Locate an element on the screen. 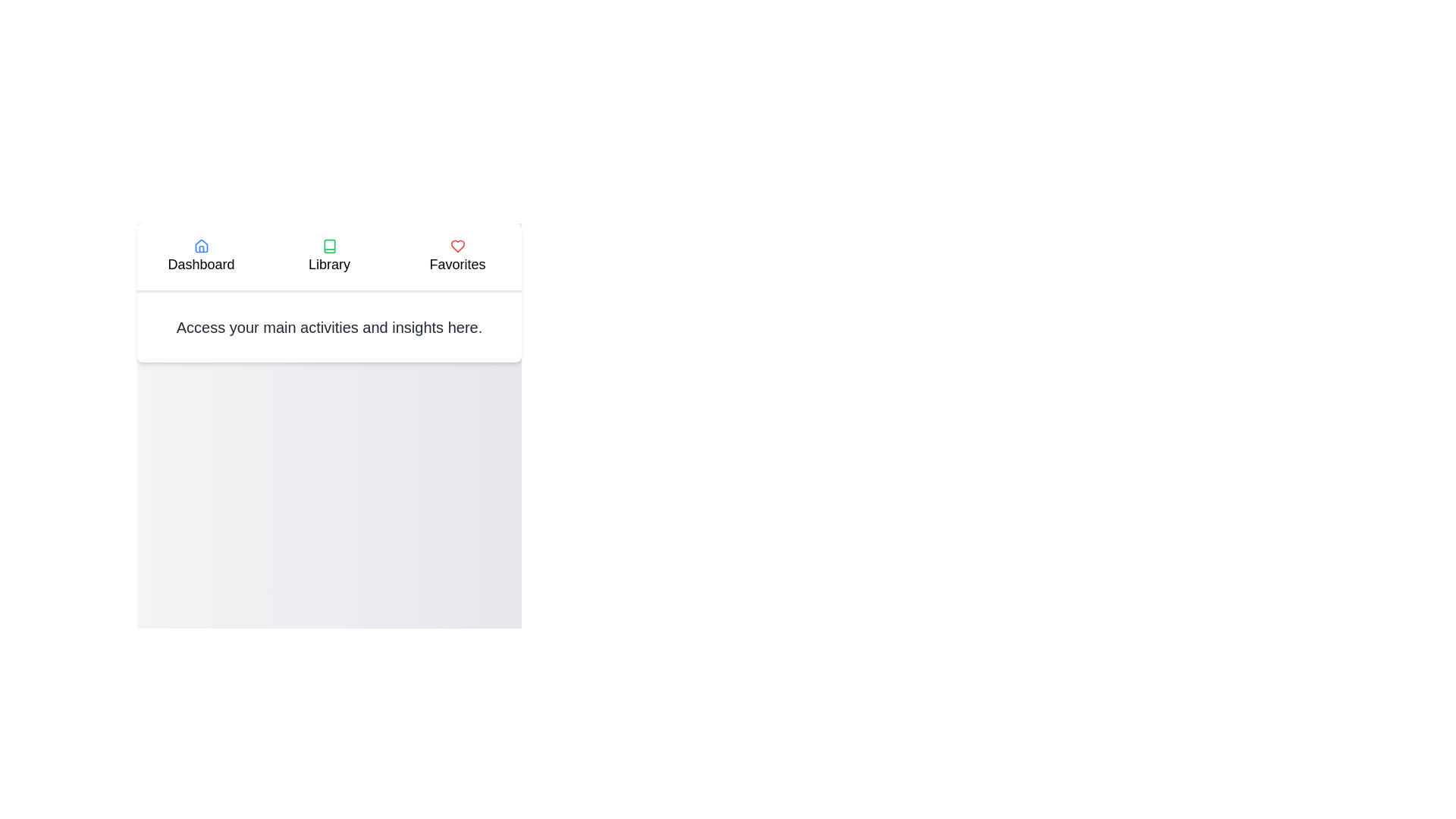  the Dashboard tab to select it is located at coordinates (200, 256).